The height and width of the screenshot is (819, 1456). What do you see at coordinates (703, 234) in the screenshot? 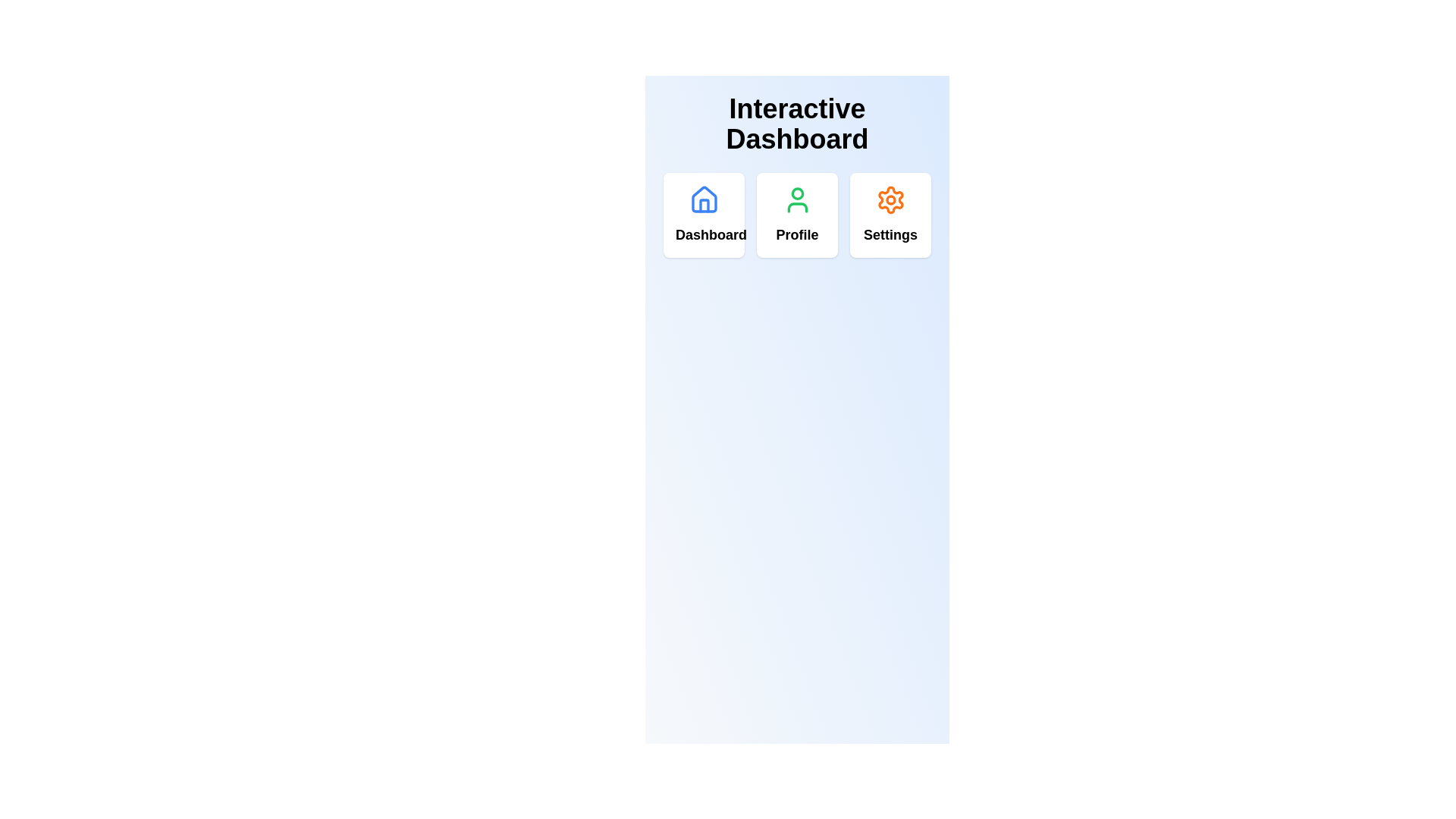
I see `the 'Dashboard' text label, which is displayed in a bold font style and is centered within a rectangular area, located under a house icon in the leftmost card of a grid layout` at bounding box center [703, 234].